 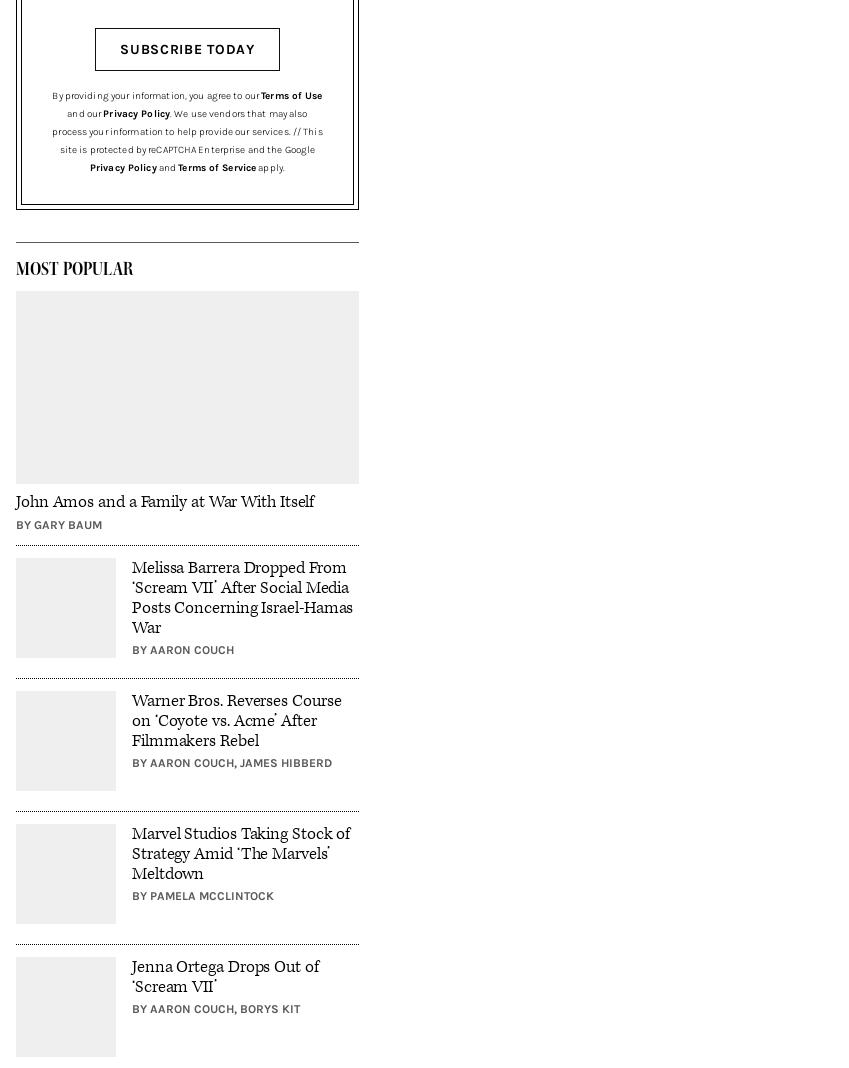 I want to click on 'Marvel Studios Taking Stock of Strategy Amid ‘The Marvels’ Meltdown', so click(x=241, y=852).